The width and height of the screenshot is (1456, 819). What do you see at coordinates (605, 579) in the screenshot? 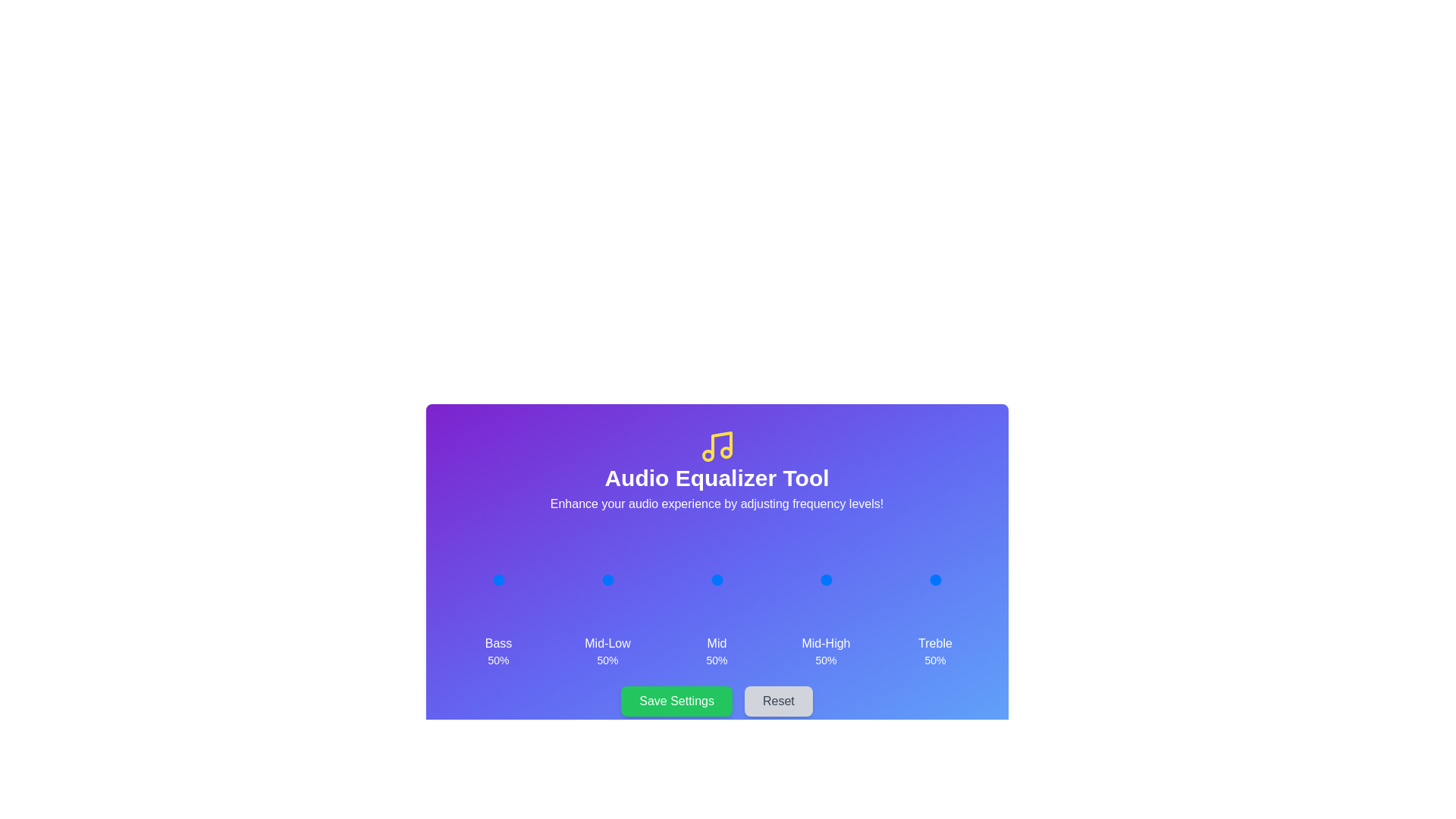
I see `the 1 slider to 47%` at bounding box center [605, 579].